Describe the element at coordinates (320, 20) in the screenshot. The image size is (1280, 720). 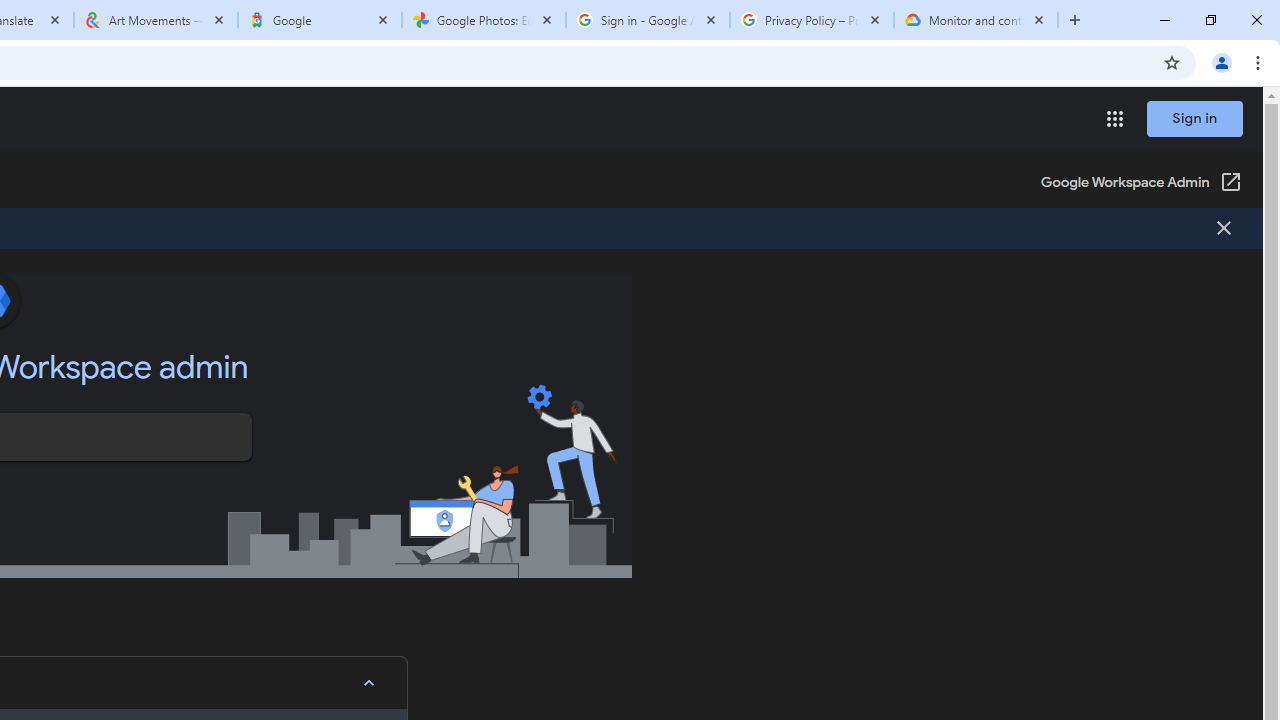
I see `'Google'` at that location.